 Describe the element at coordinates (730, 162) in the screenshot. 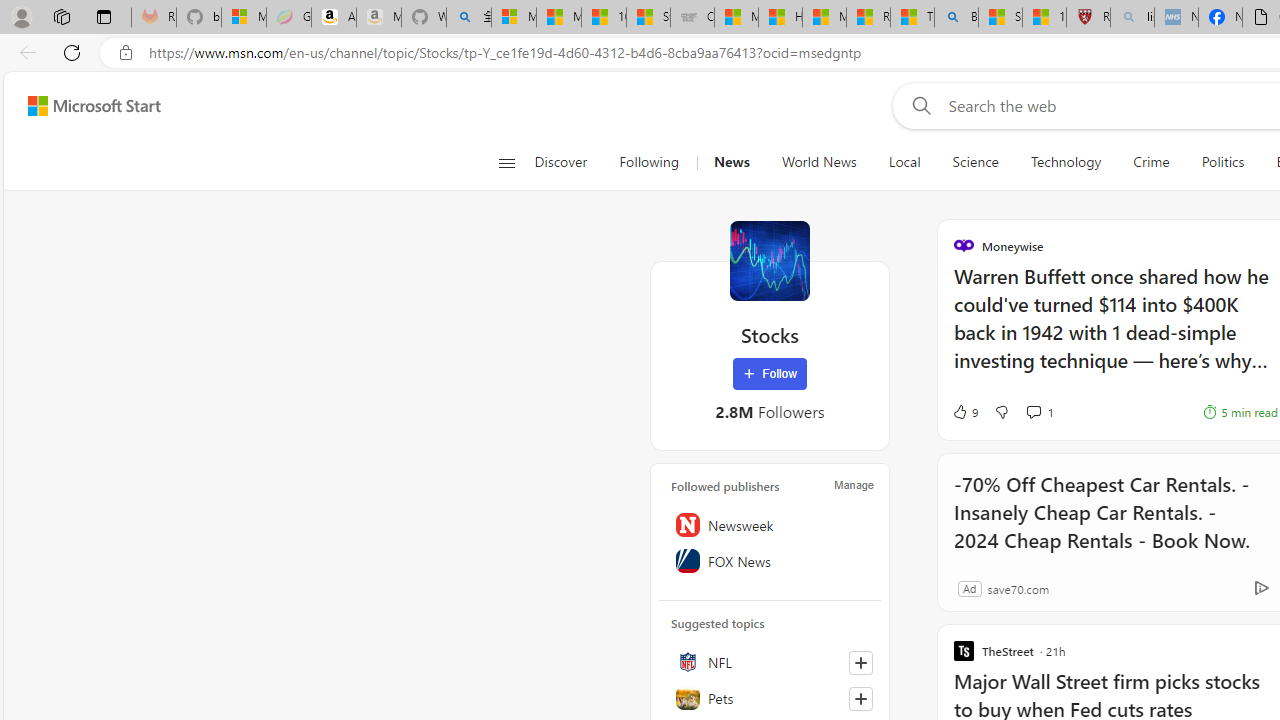

I see `'News'` at that location.